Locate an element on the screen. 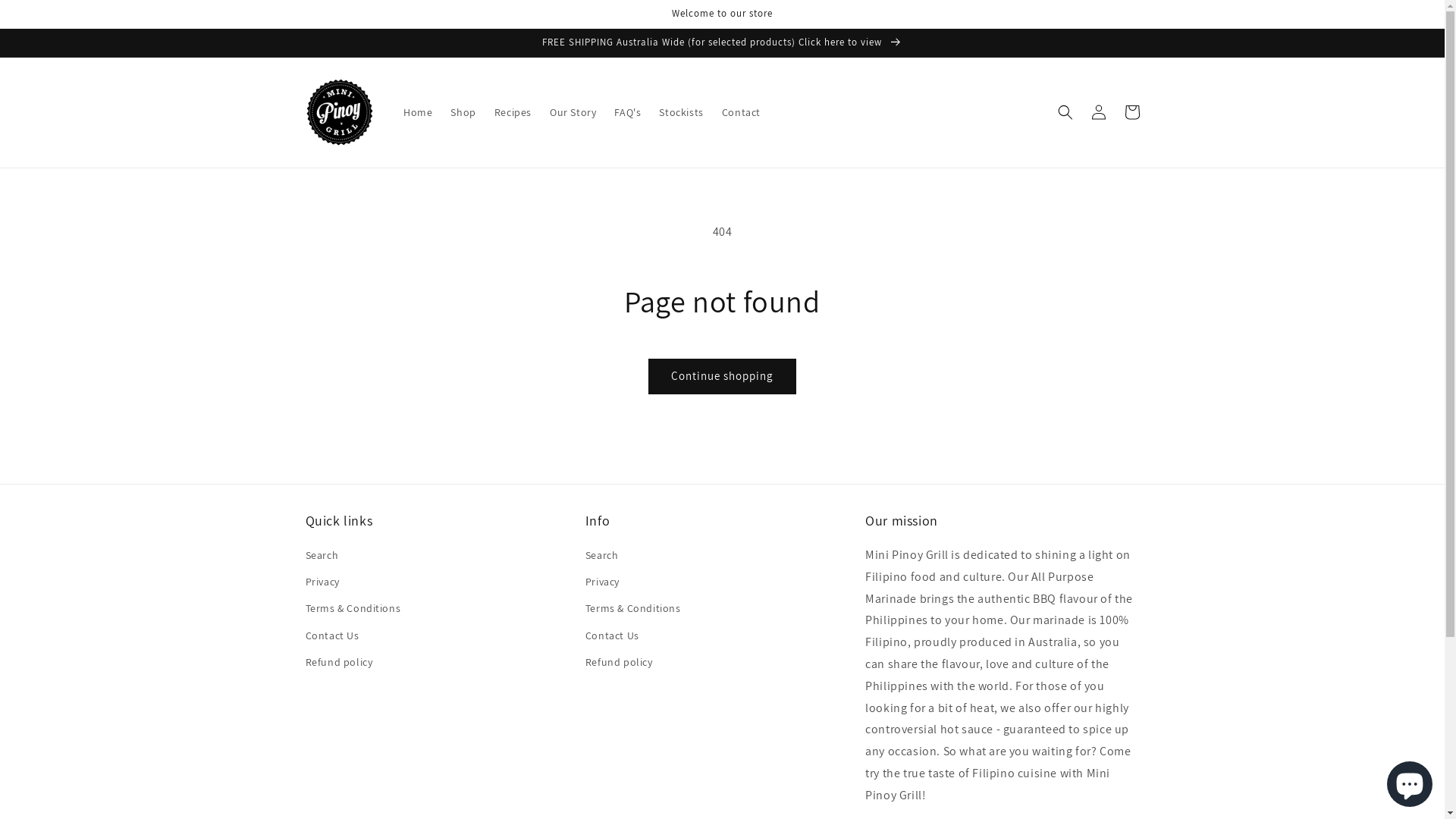 The height and width of the screenshot is (819, 1456). 'Shop' is located at coordinates (440, 111).